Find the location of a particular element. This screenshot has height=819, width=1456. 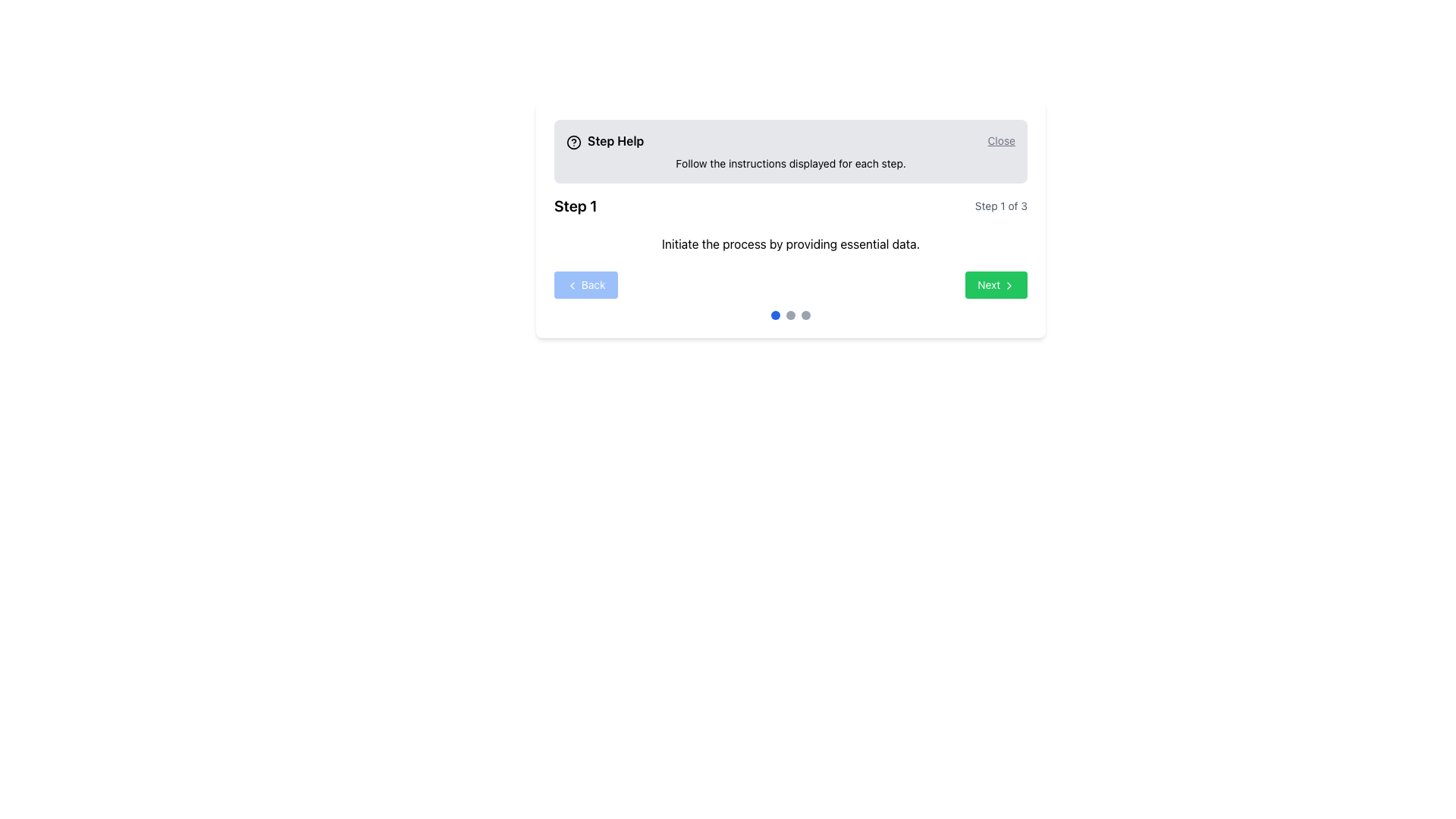

the second progress indicator in the set of three horizontally aligned circles located below the step display area is located at coordinates (789, 315).